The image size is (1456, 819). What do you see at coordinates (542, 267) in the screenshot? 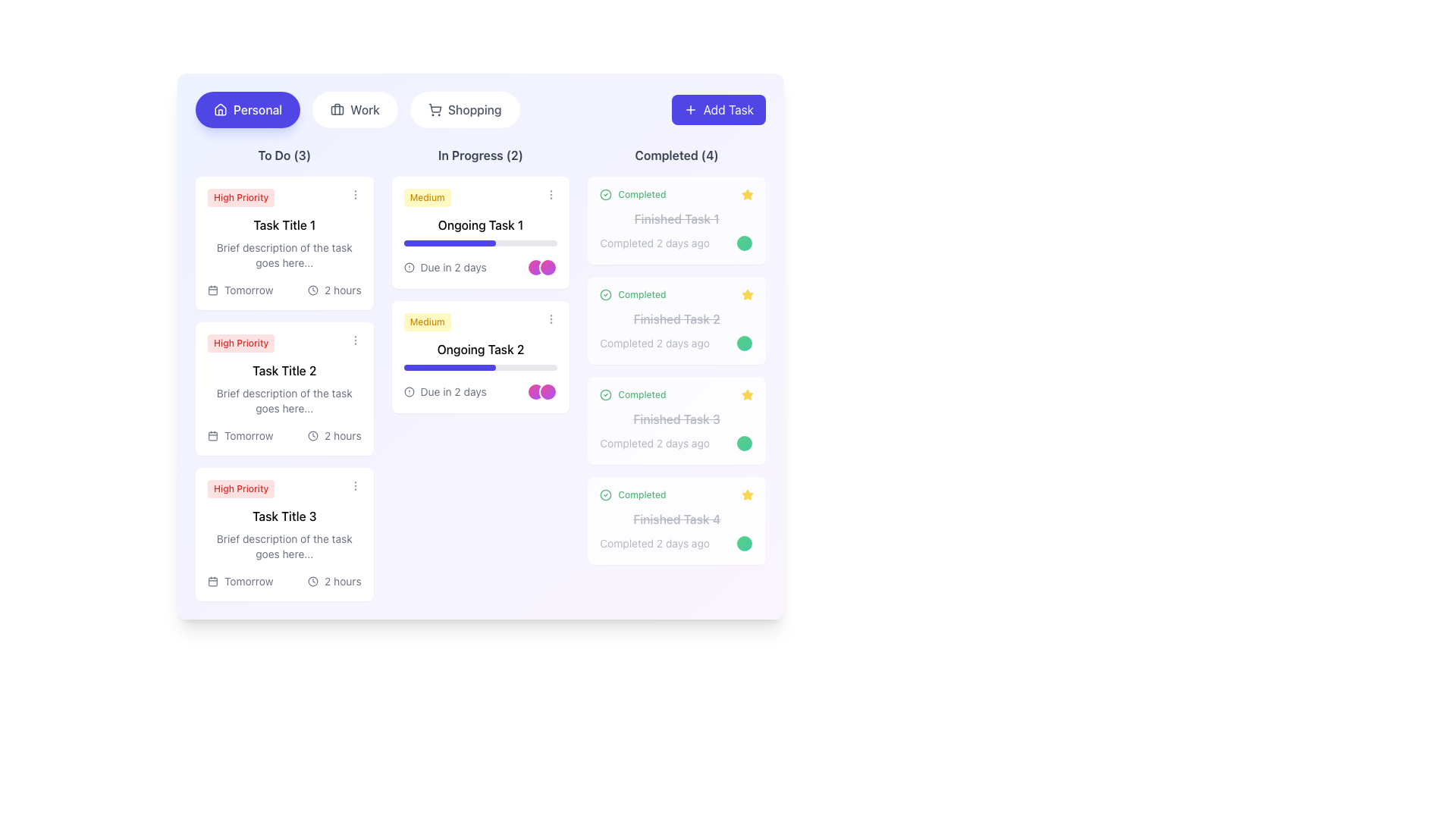
I see `the Avatar group element consisting of two overlapping circular avatars with a gradient color scheme transitioning from pink to purple, located in the bottom-right corner of the 'Ongoing Task 1' card` at bounding box center [542, 267].